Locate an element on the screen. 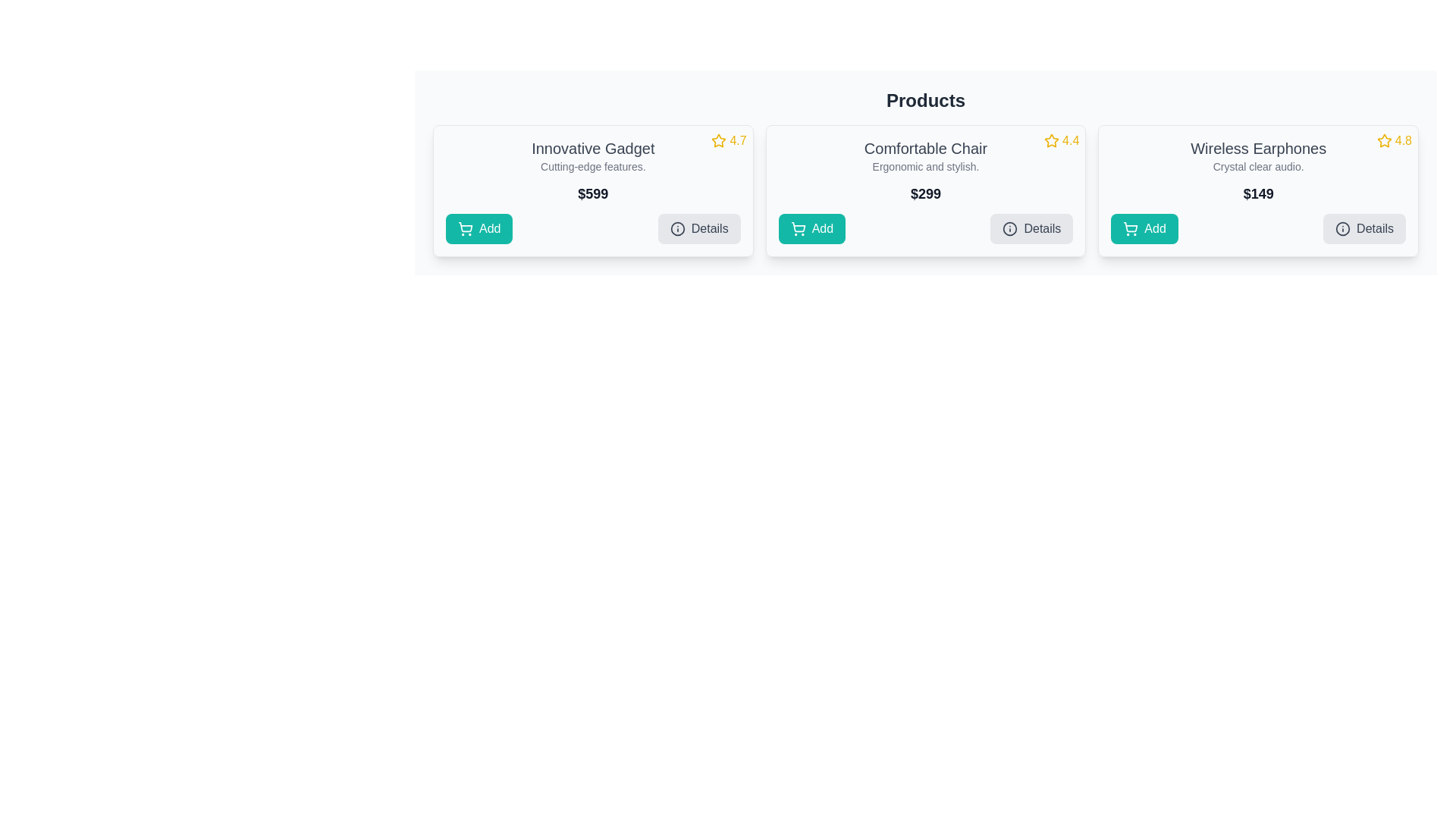  the shopping cart icon within the 'Add' button located in the second product card from the left is located at coordinates (797, 227).